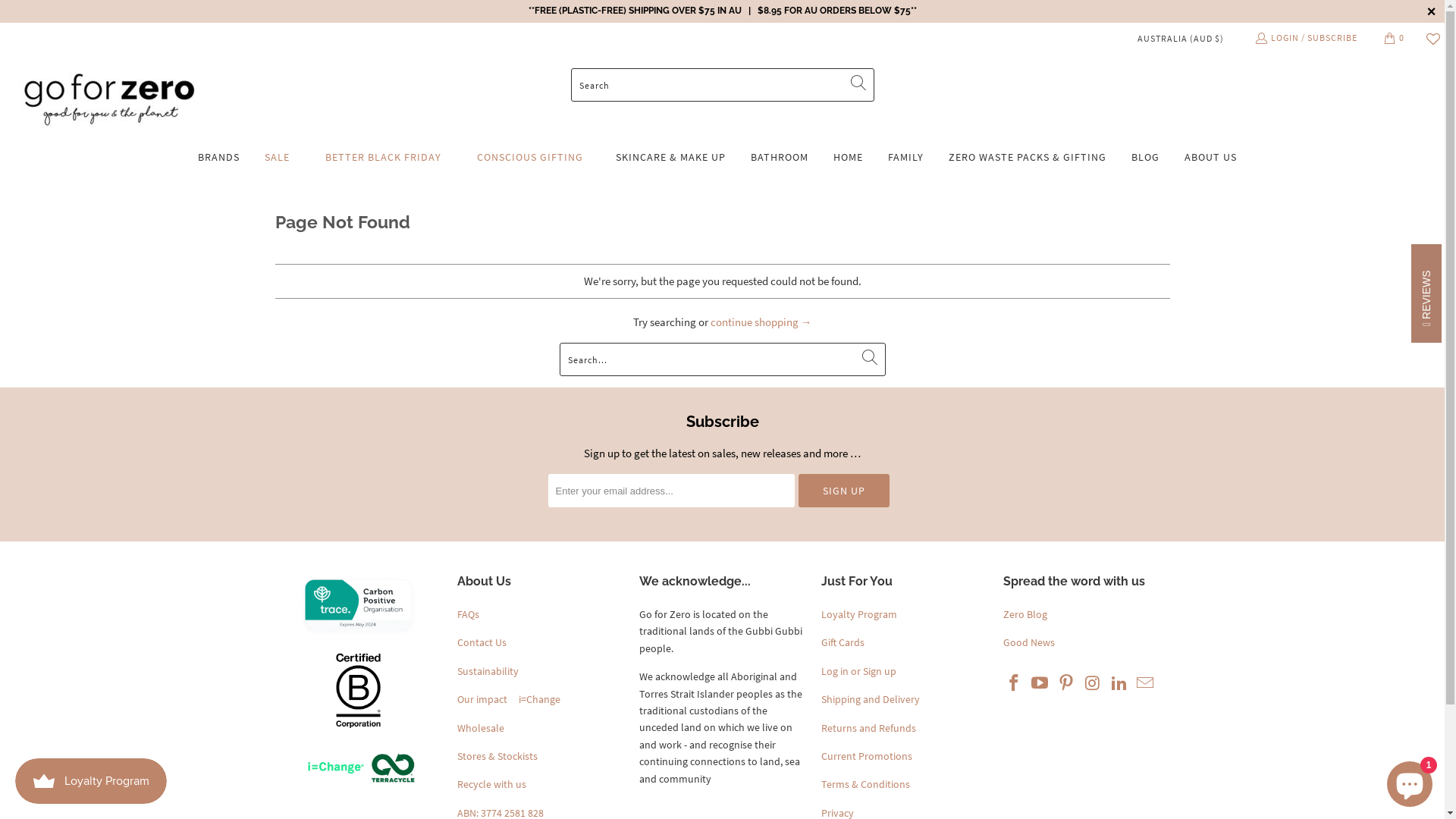  I want to click on 'Wholesale', so click(479, 727).